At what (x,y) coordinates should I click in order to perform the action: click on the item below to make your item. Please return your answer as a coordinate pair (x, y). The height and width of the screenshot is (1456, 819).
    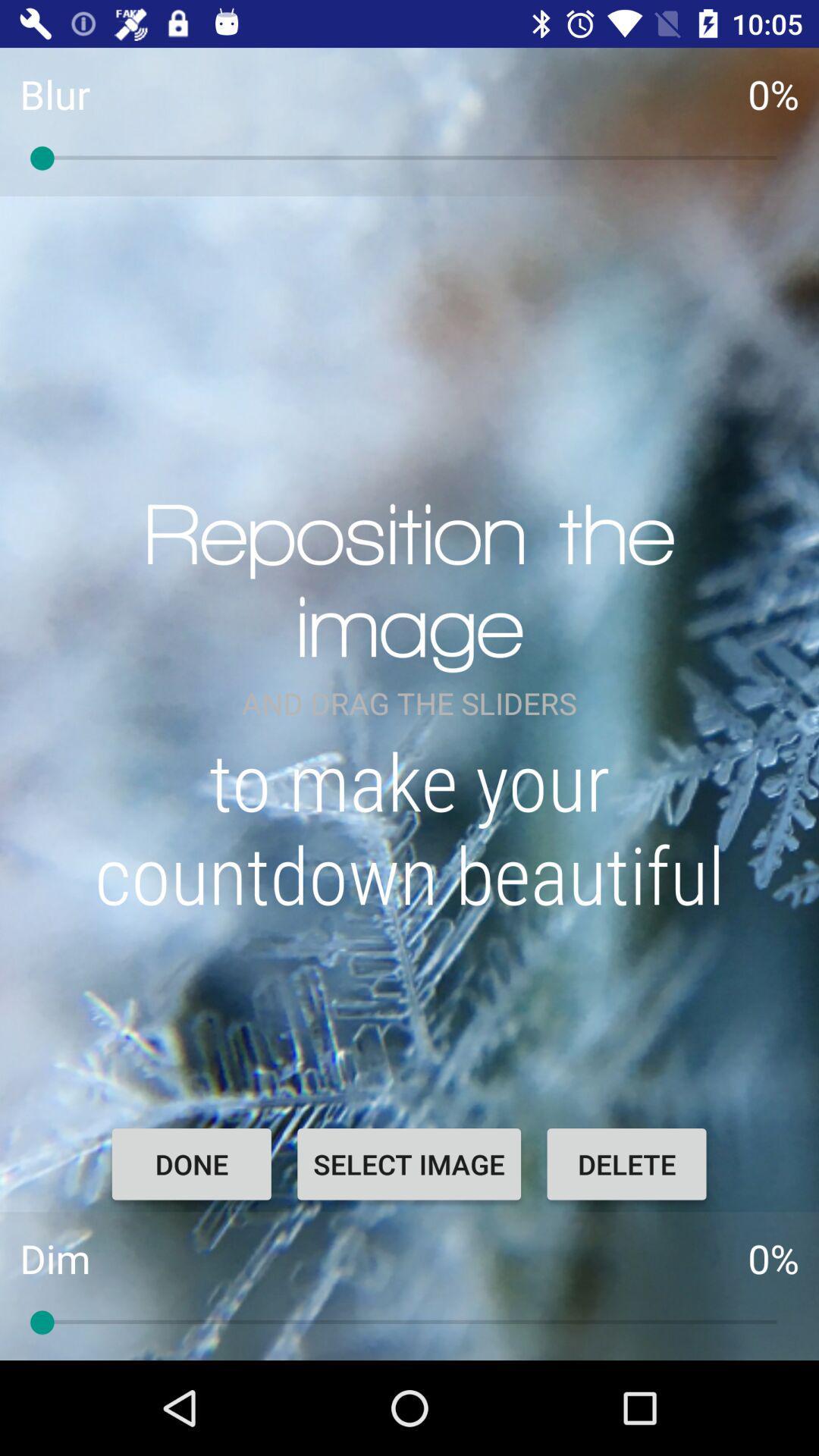
    Looking at the image, I should click on (408, 1163).